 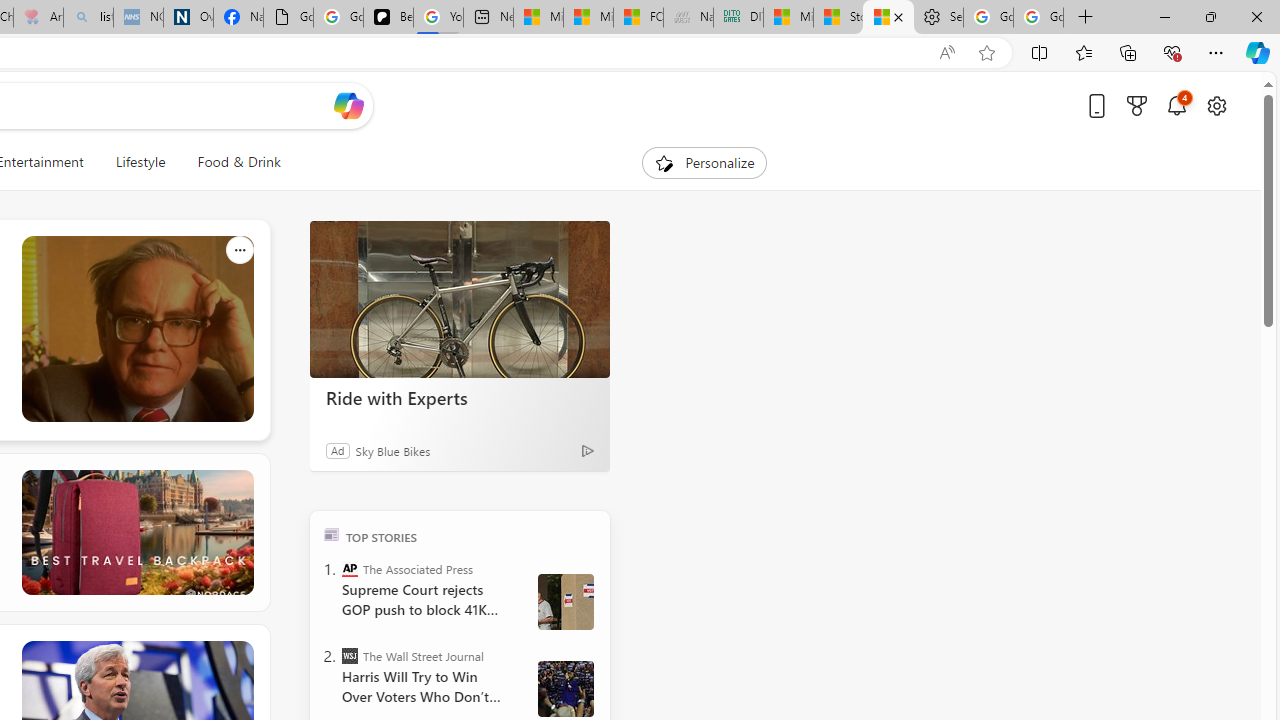 I want to click on 'Arthritis: Ask Health Professionals - Sleeping', so click(x=38, y=17).